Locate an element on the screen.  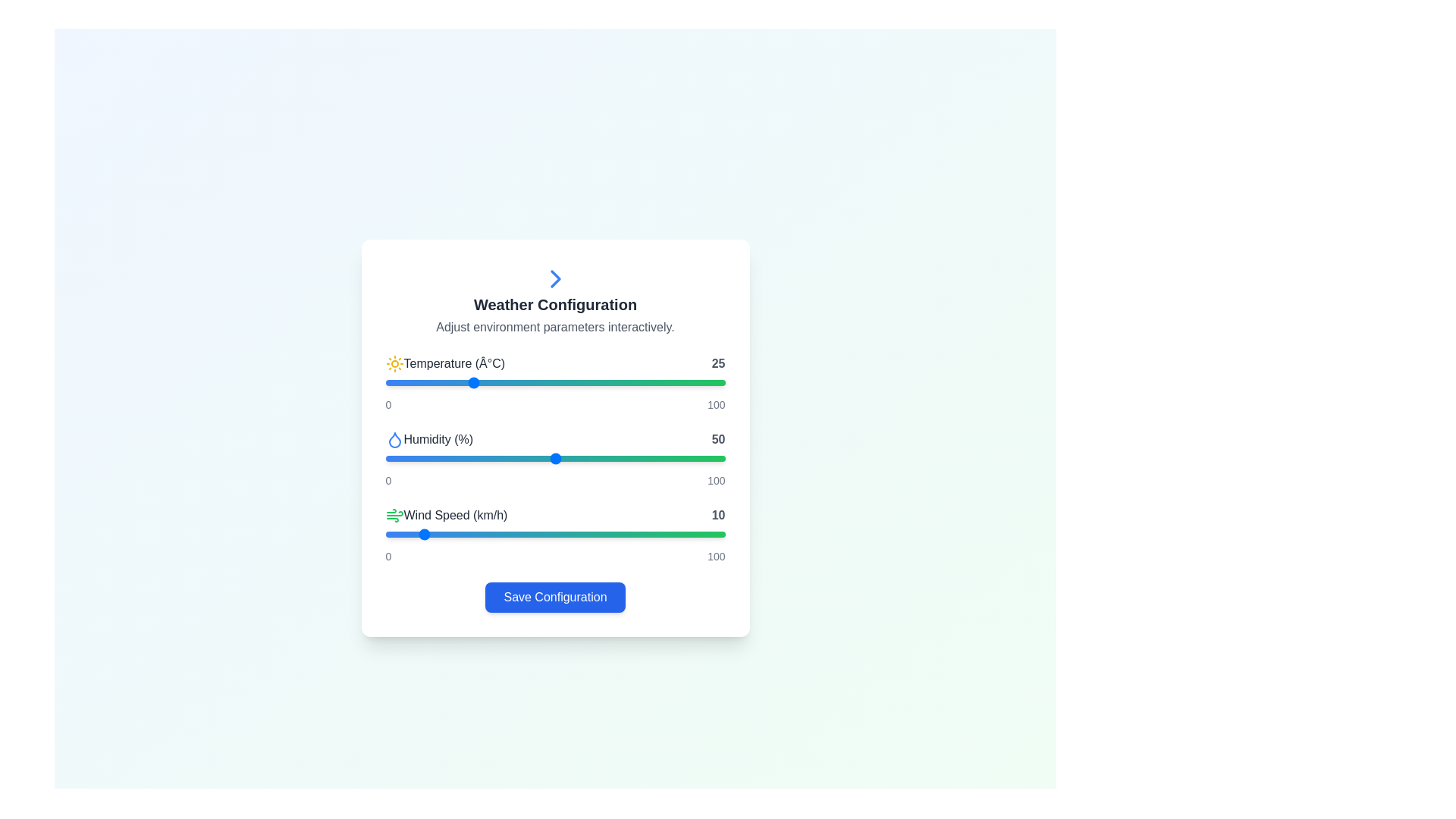
slider value is located at coordinates (687, 382).